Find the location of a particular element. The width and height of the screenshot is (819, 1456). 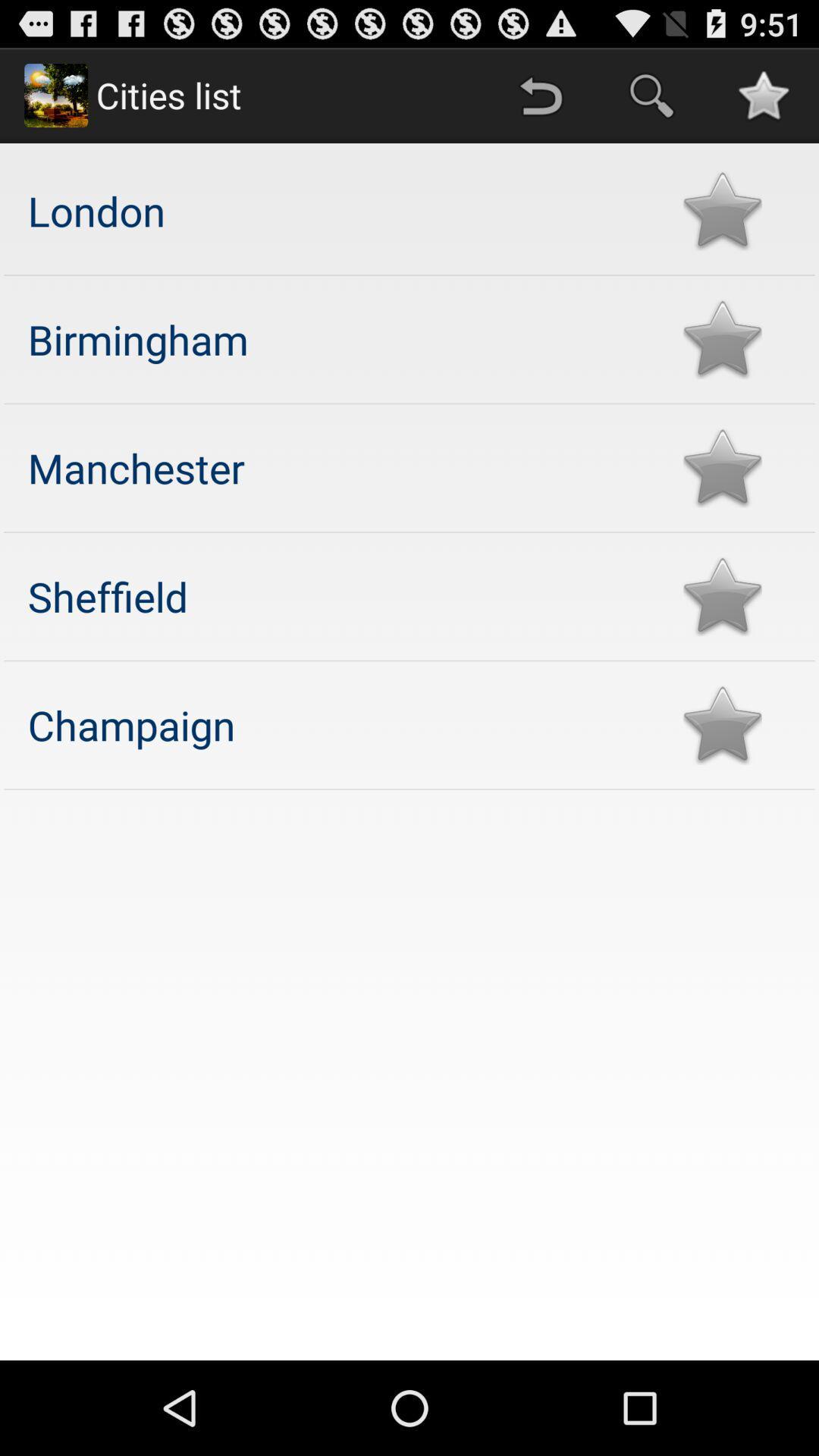

champaign app is located at coordinates (340, 723).